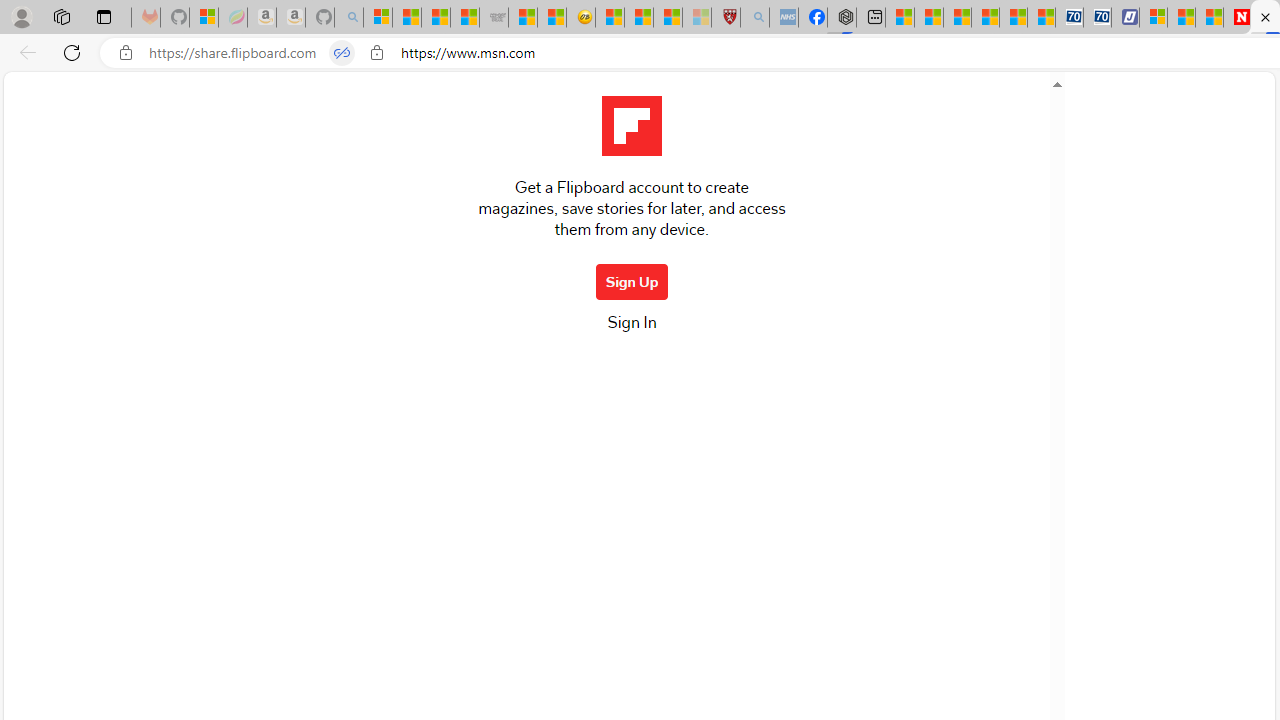 This screenshot has height=720, width=1280. What do you see at coordinates (696, 17) in the screenshot?
I see `'12 Popular Science Lies that Must be Corrected - Sleeping'` at bounding box center [696, 17].